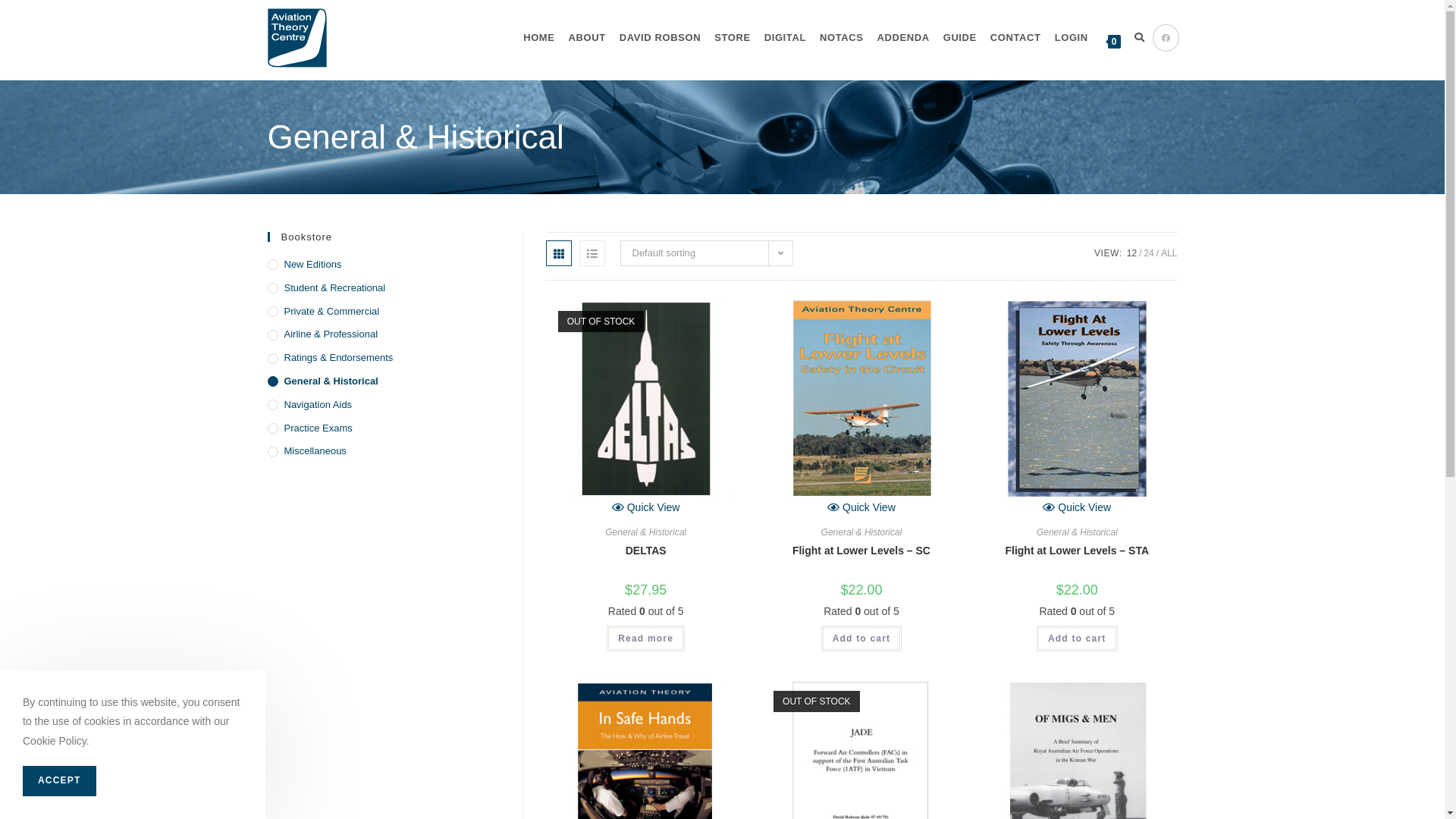  What do you see at coordinates (660, 37) in the screenshot?
I see `'DAVID ROBSON'` at bounding box center [660, 37].